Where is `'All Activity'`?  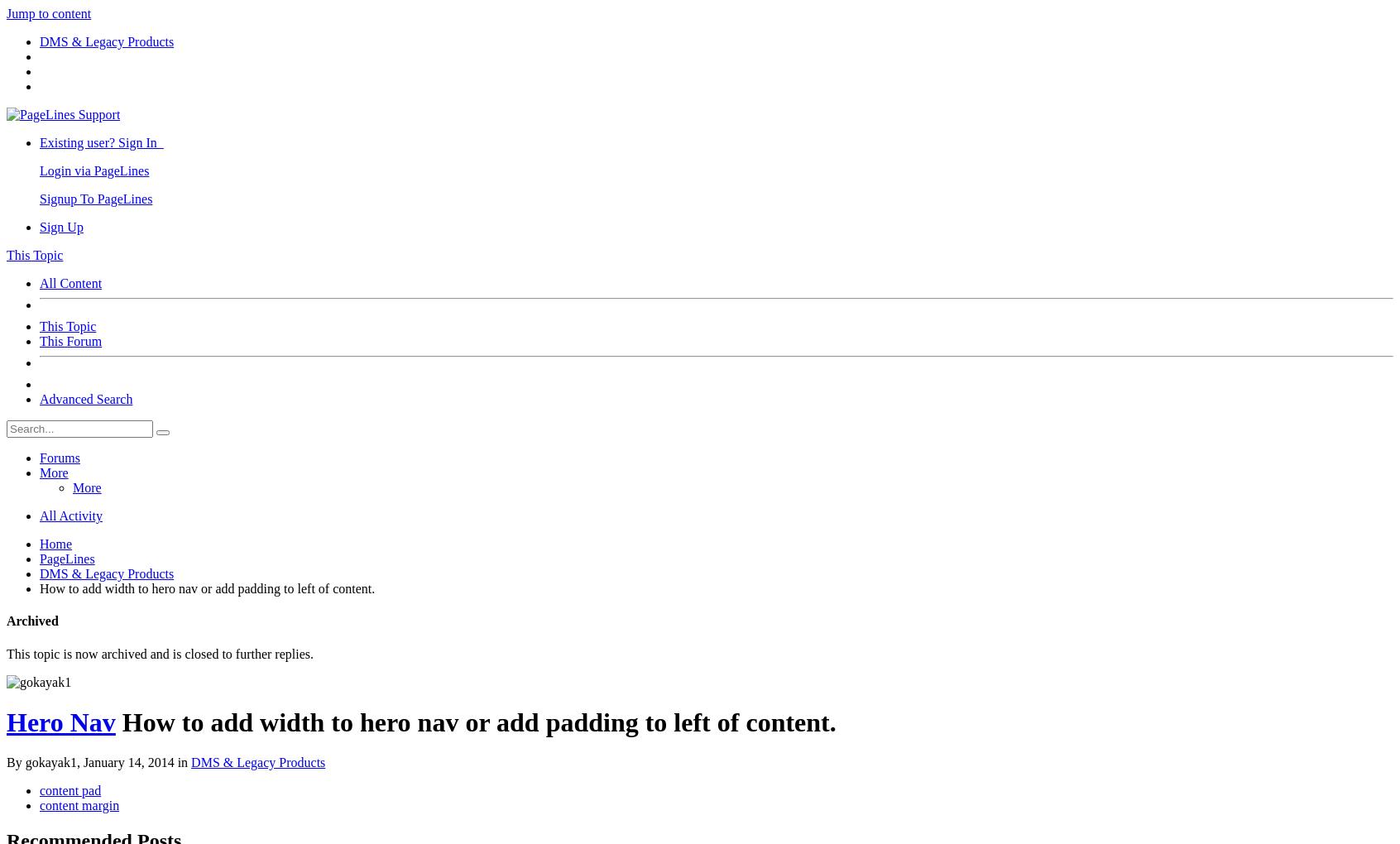
'All Activity' is located at coordinates (70, 515).